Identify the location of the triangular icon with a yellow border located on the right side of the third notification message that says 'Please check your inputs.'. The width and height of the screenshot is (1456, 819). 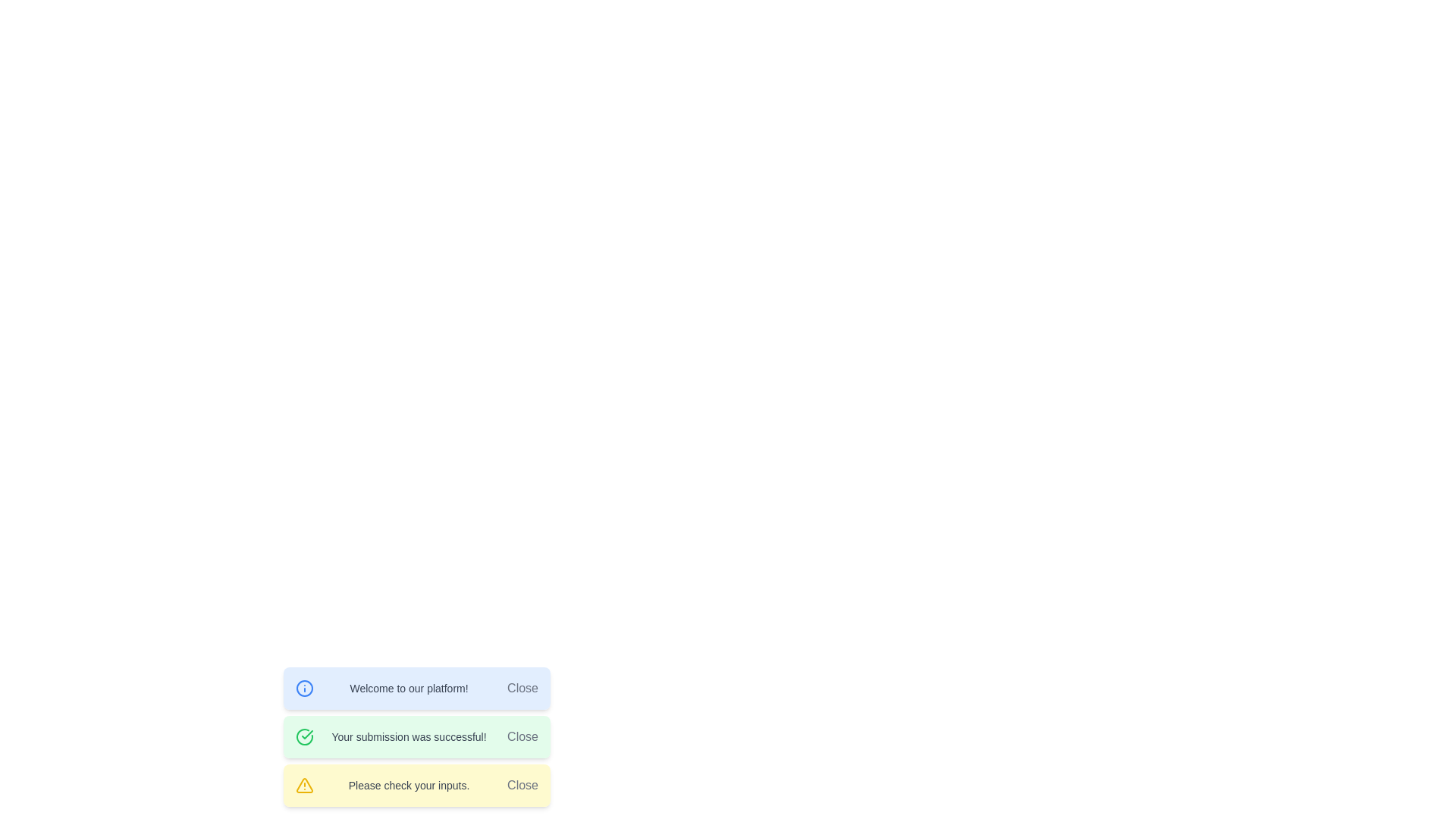
(304, 785).